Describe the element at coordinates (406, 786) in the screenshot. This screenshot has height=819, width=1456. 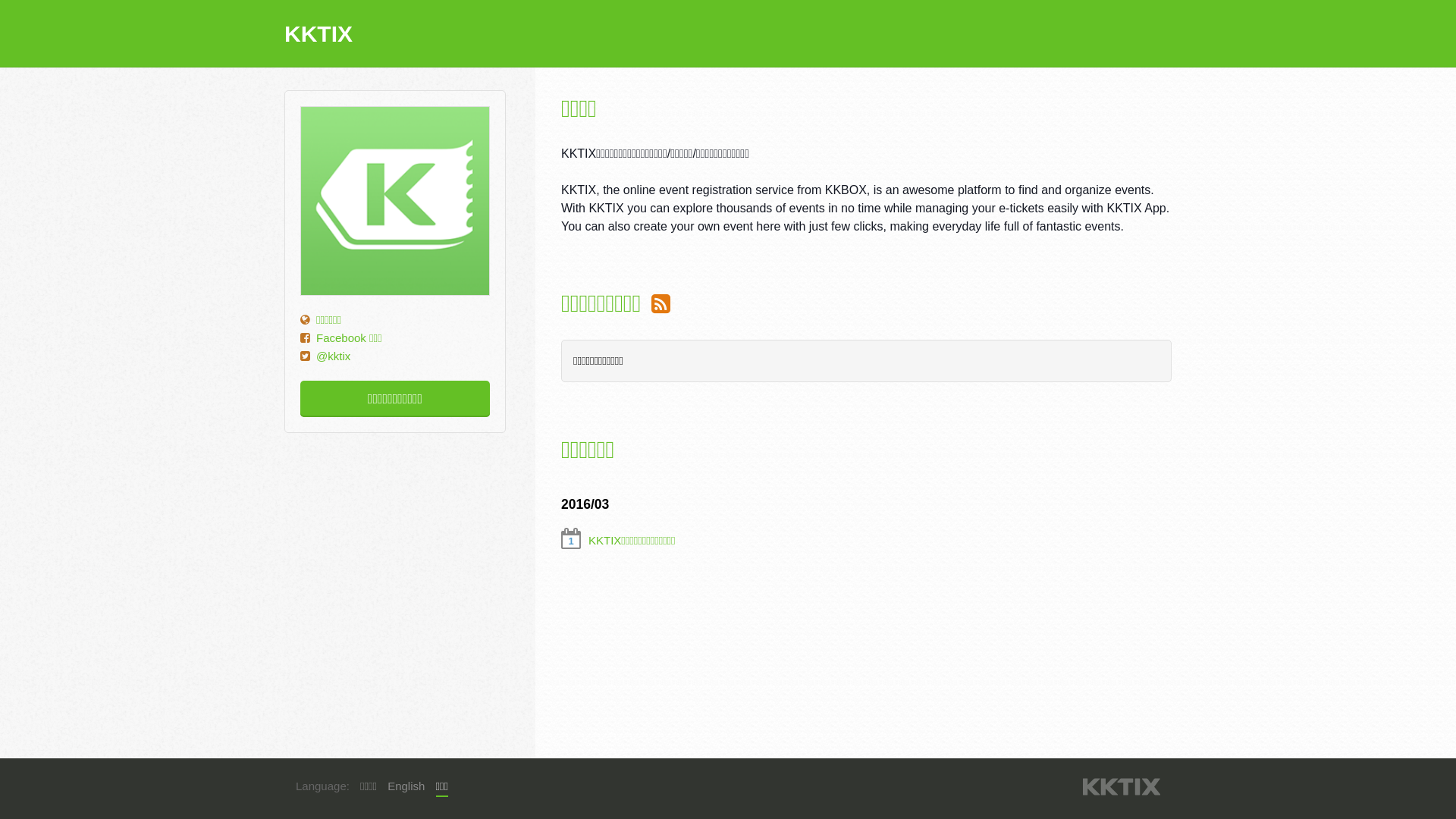
I see `'English'` at that location.